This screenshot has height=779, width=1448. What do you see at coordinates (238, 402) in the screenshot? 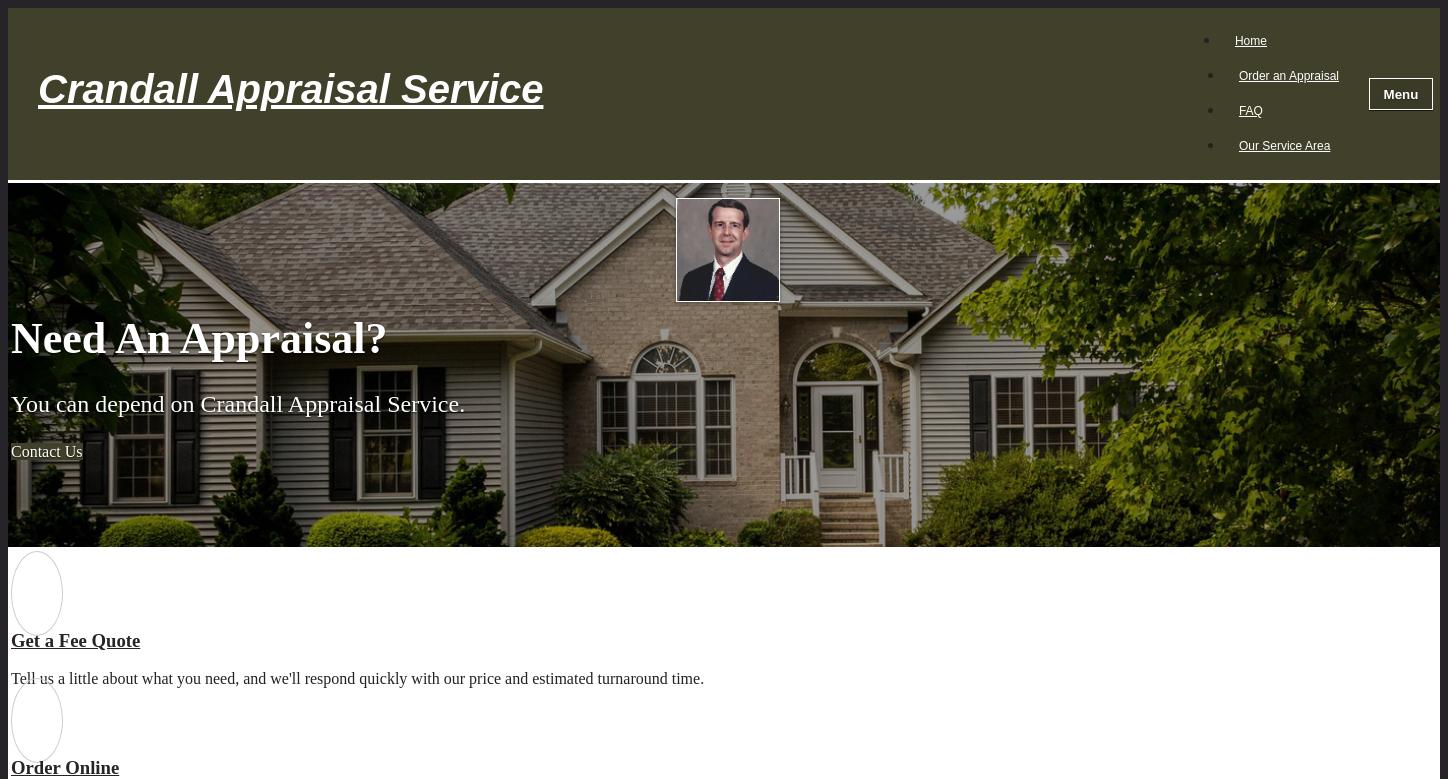
I see `'You can depend on Crandall Appraisal Service.'` at bounding box center [238, 402].